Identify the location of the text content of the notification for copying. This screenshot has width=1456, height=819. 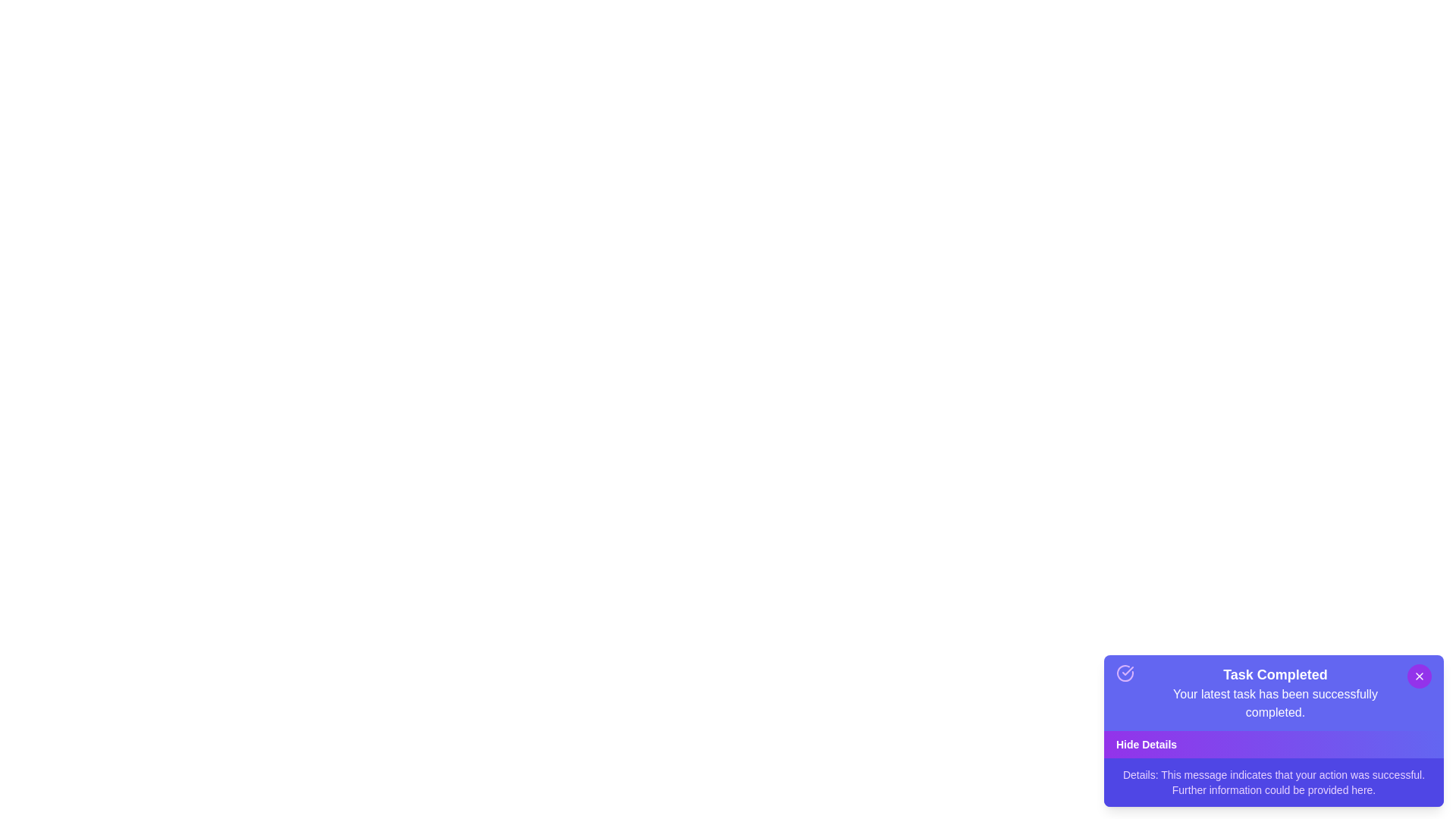
(1274, 693).